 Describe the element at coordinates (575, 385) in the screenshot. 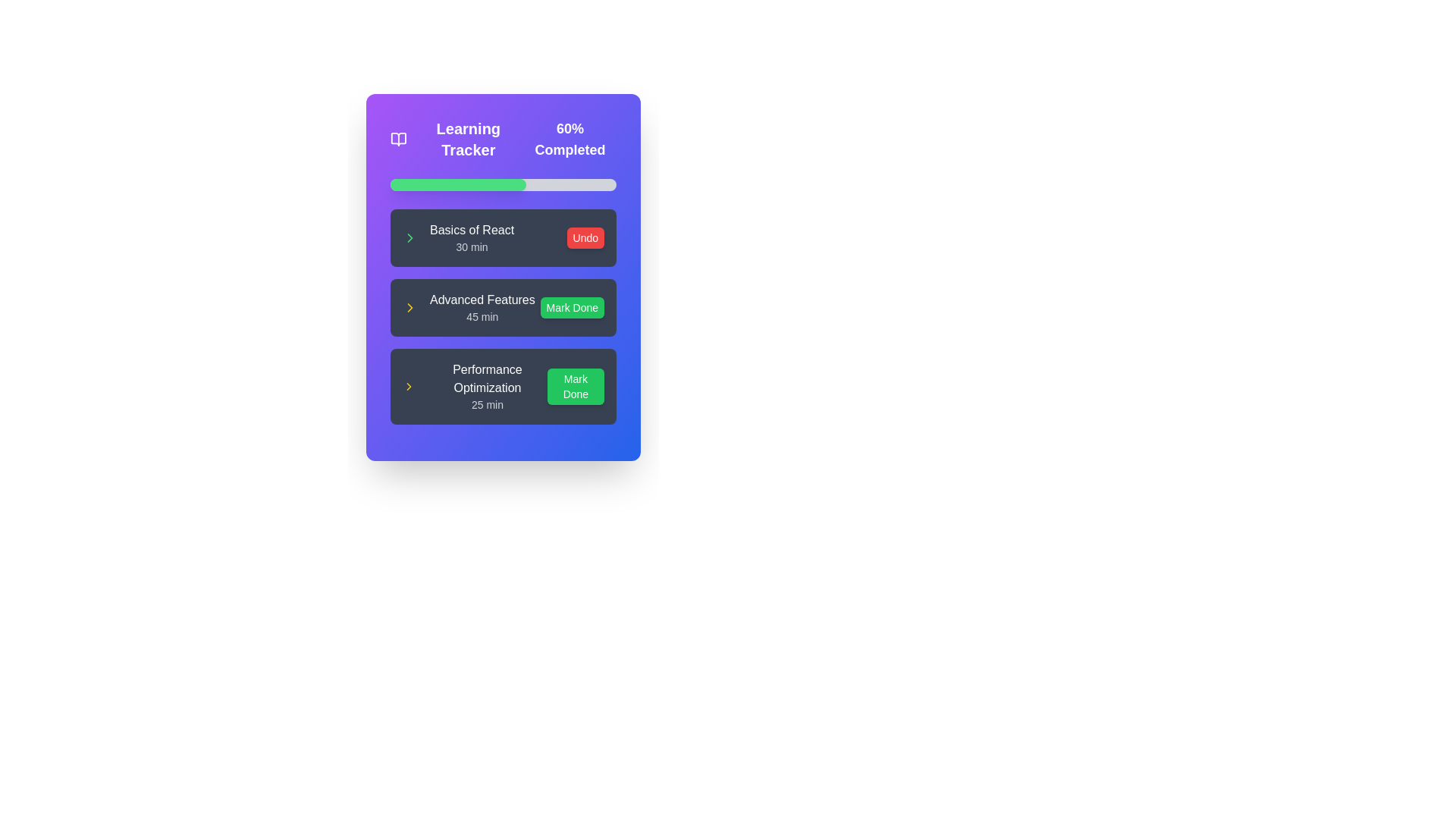

I see `the green 'Mark Done' button with rounded corners located on the right side of the third row in the learning tracker interface` at that location.